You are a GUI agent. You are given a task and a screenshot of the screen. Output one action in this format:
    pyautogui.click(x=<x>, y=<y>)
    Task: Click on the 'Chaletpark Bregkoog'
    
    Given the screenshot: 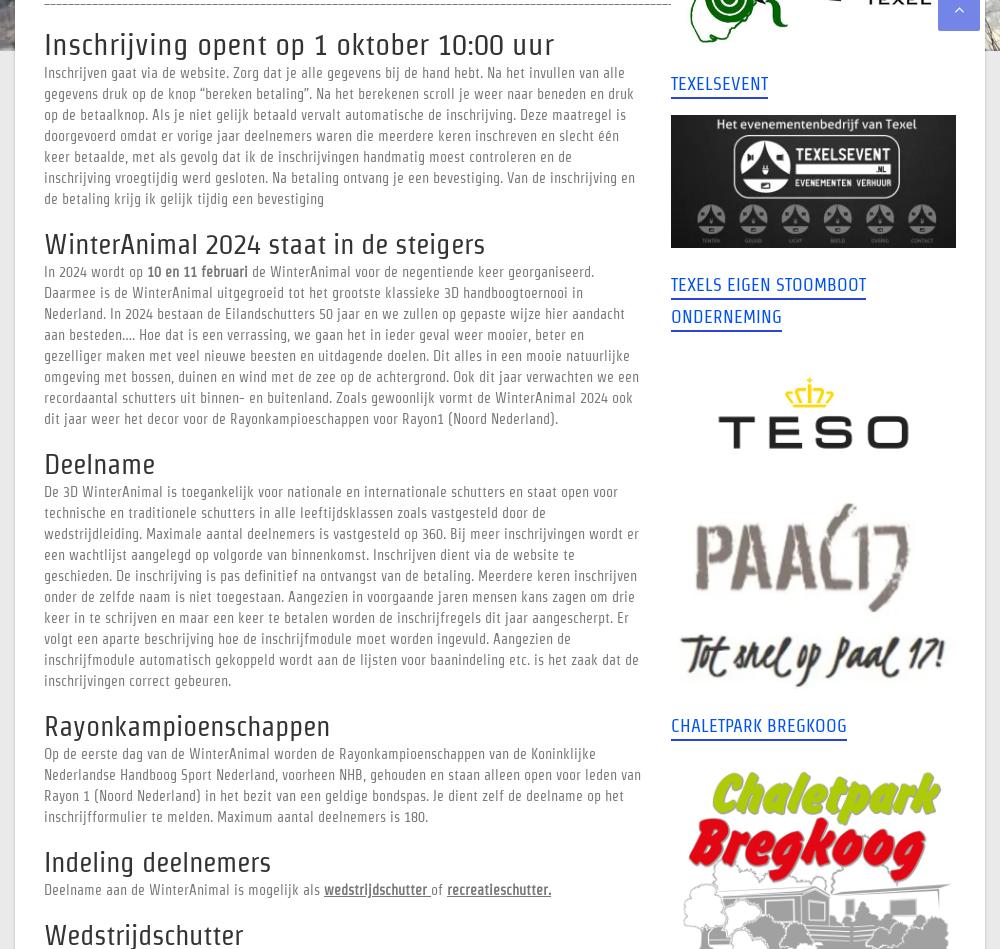 What is the action you would take?
    pyautogui.click(x=758, y=725)
    